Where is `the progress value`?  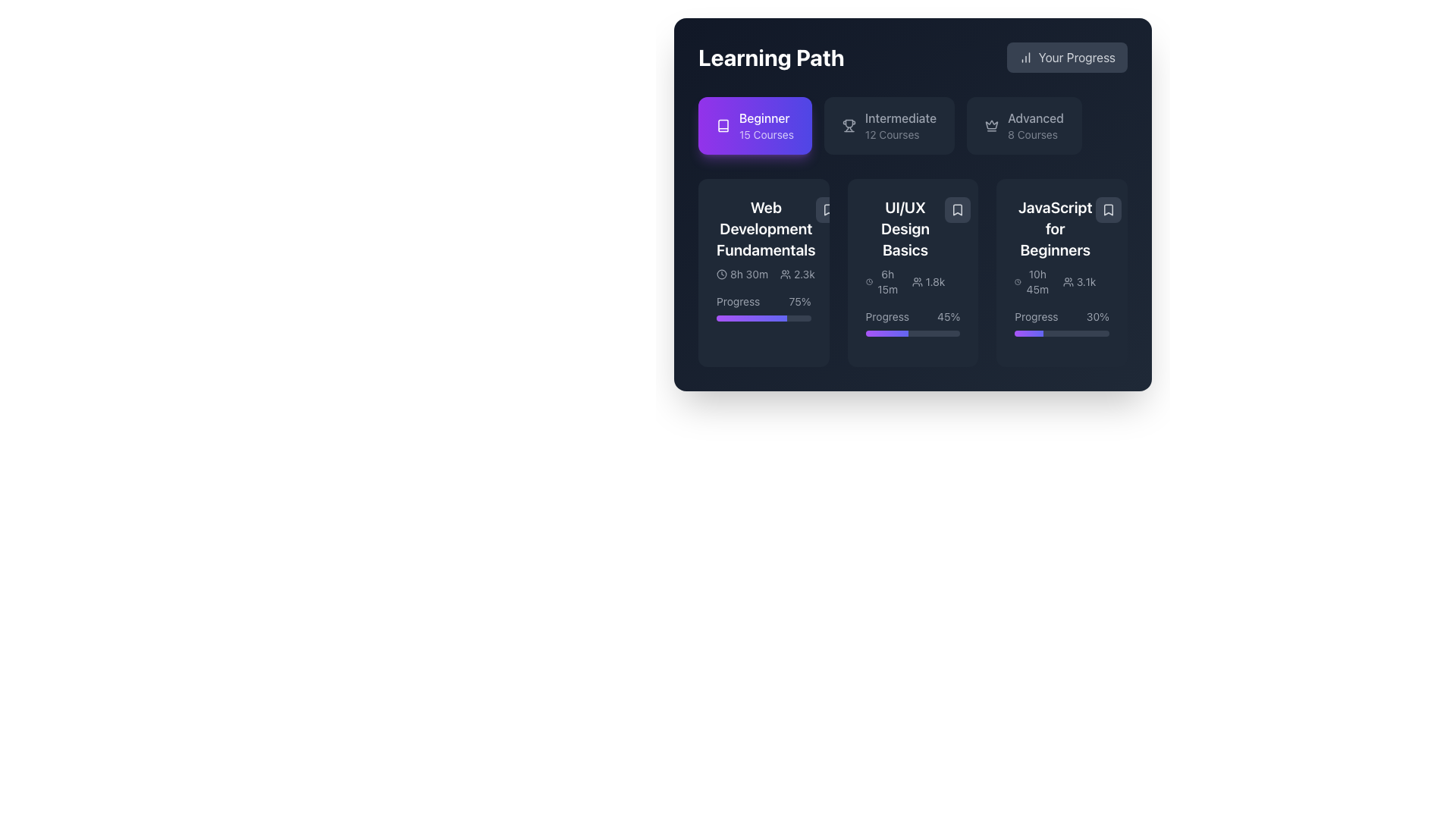
the progress value is located at coordinates (1046, 332).